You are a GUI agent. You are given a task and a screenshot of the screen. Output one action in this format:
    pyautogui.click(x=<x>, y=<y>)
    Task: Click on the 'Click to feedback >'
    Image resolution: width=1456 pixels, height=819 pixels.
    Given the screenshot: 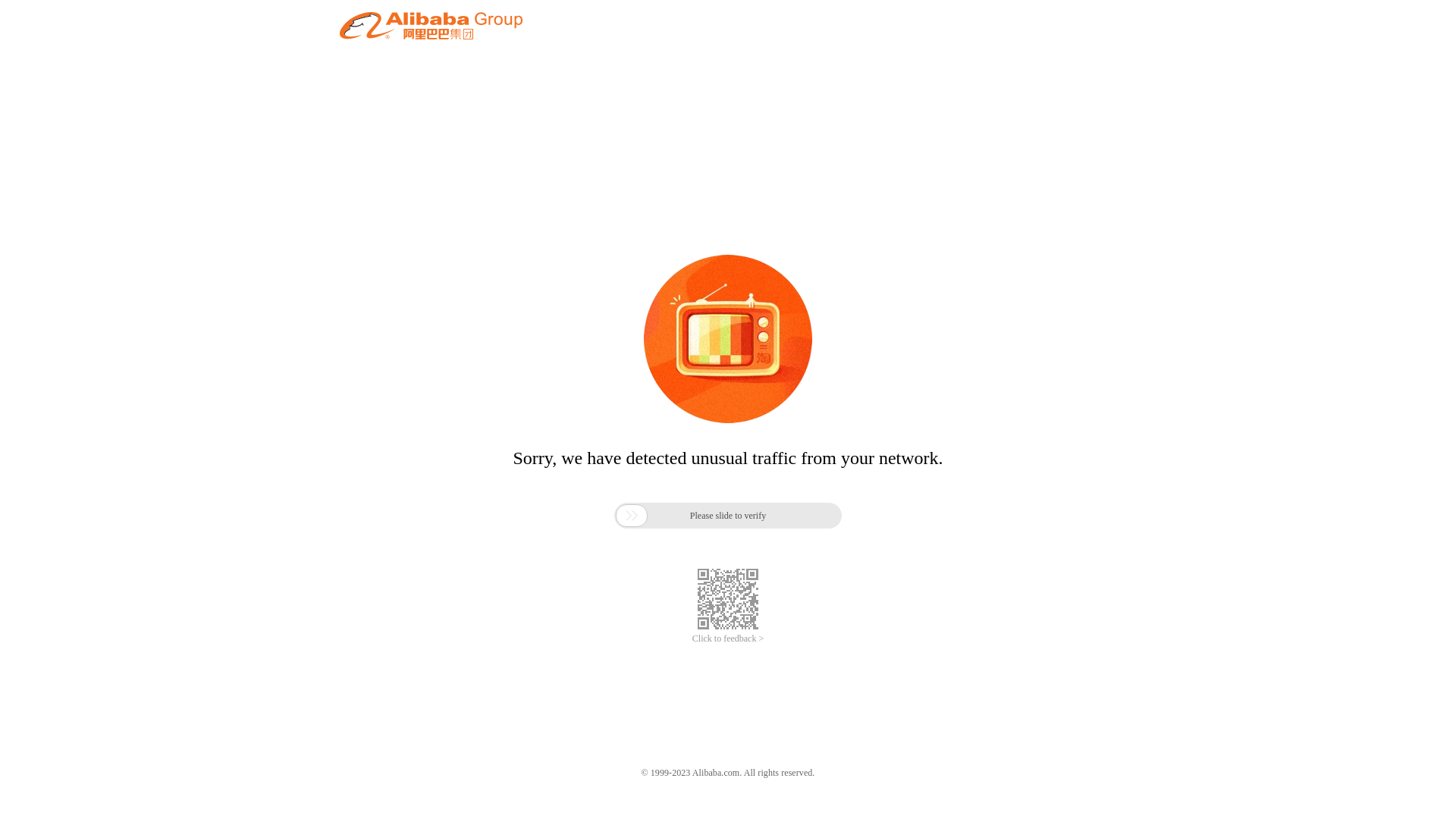 What is the action you would take?
    pyautogui.click(x=691, y=639)
    